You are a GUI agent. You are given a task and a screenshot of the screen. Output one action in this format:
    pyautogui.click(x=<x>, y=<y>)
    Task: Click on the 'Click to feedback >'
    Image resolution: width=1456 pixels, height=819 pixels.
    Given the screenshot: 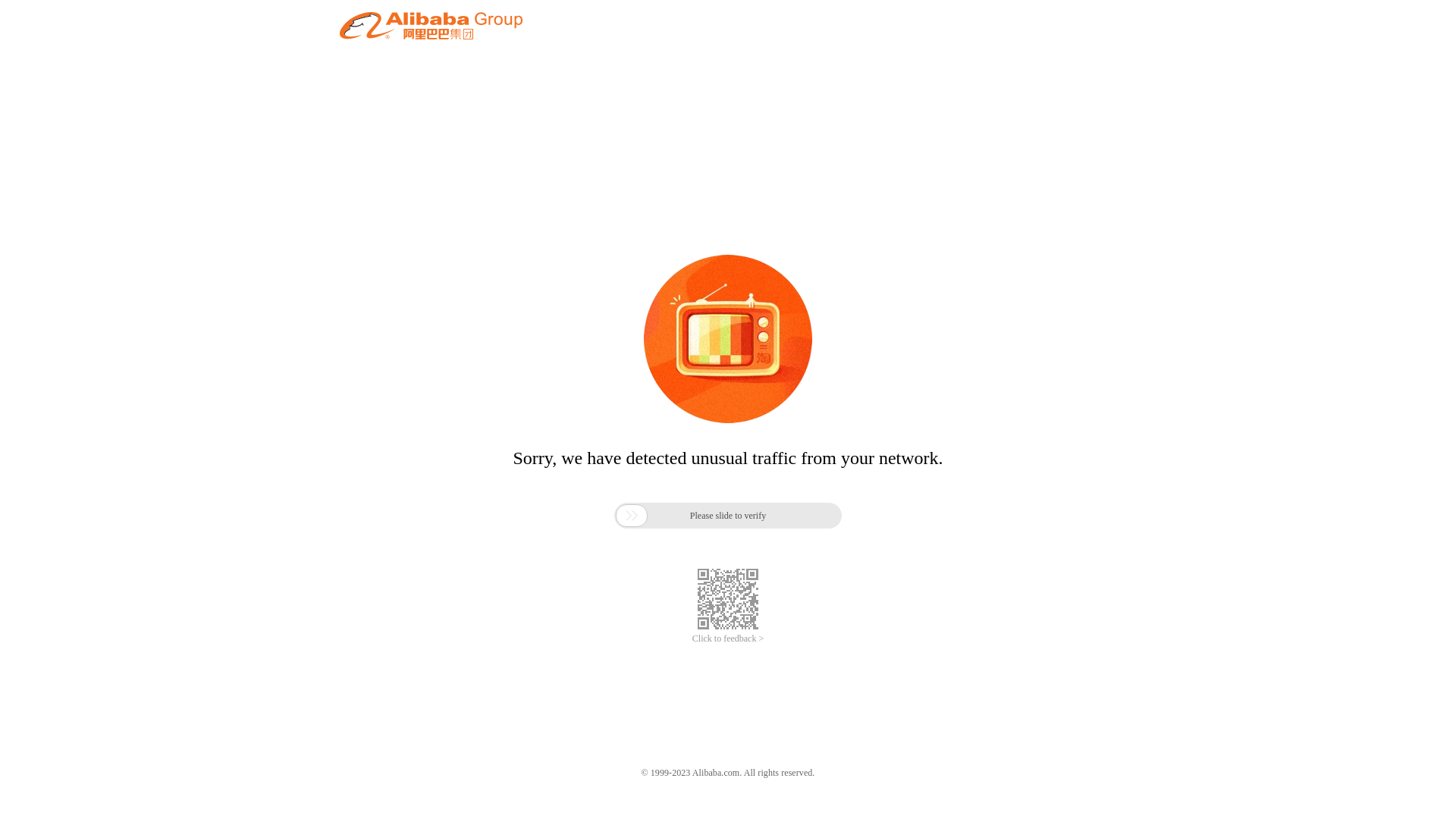 What is the action you would take?
    pyautogui.click(x=691, y=639)
    